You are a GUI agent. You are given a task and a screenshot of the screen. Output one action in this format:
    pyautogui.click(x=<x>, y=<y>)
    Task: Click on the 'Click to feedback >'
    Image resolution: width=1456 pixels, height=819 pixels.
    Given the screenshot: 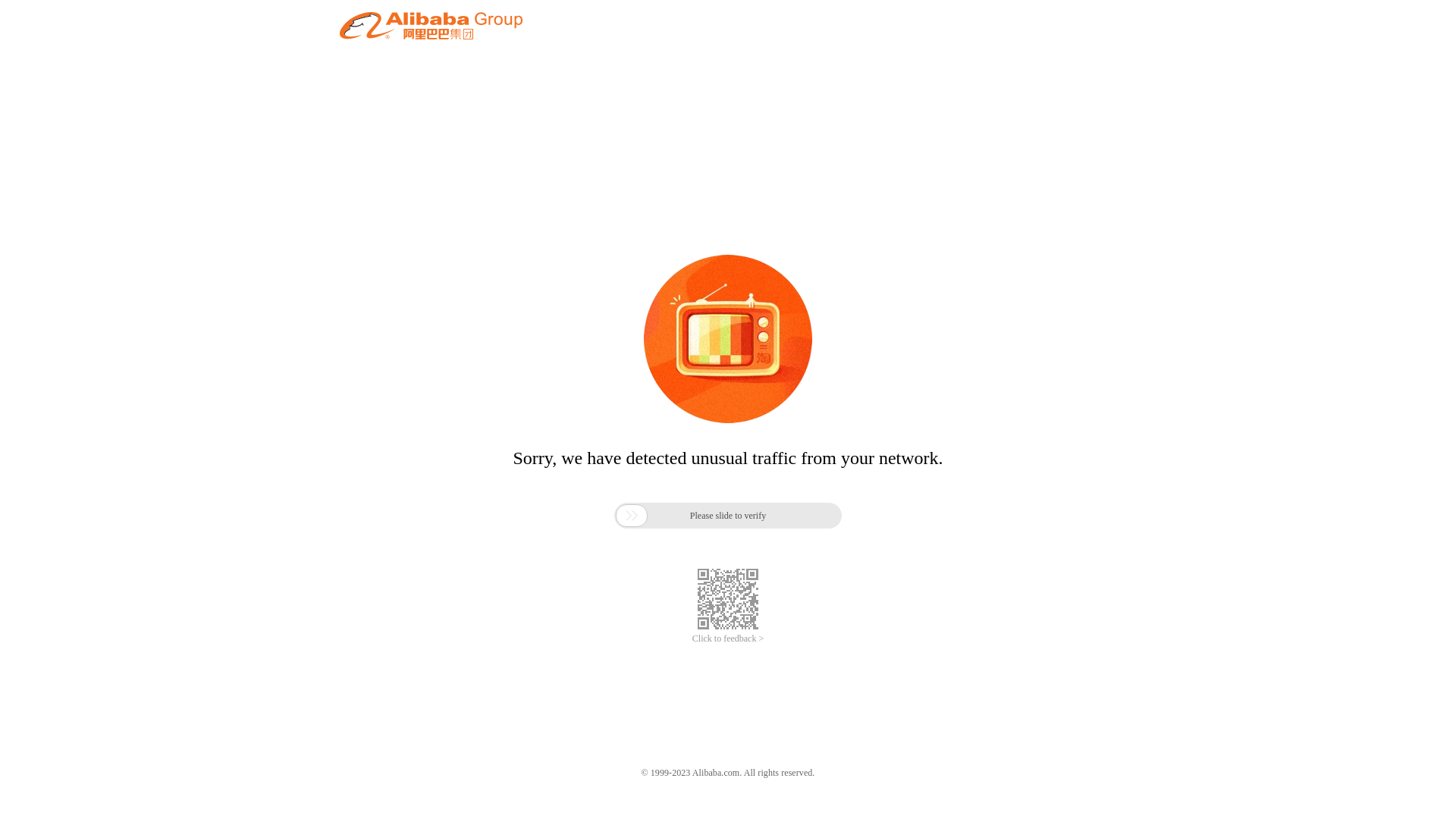 What is the action you would take?
    pyautogui.click(x=691, y=639)
    